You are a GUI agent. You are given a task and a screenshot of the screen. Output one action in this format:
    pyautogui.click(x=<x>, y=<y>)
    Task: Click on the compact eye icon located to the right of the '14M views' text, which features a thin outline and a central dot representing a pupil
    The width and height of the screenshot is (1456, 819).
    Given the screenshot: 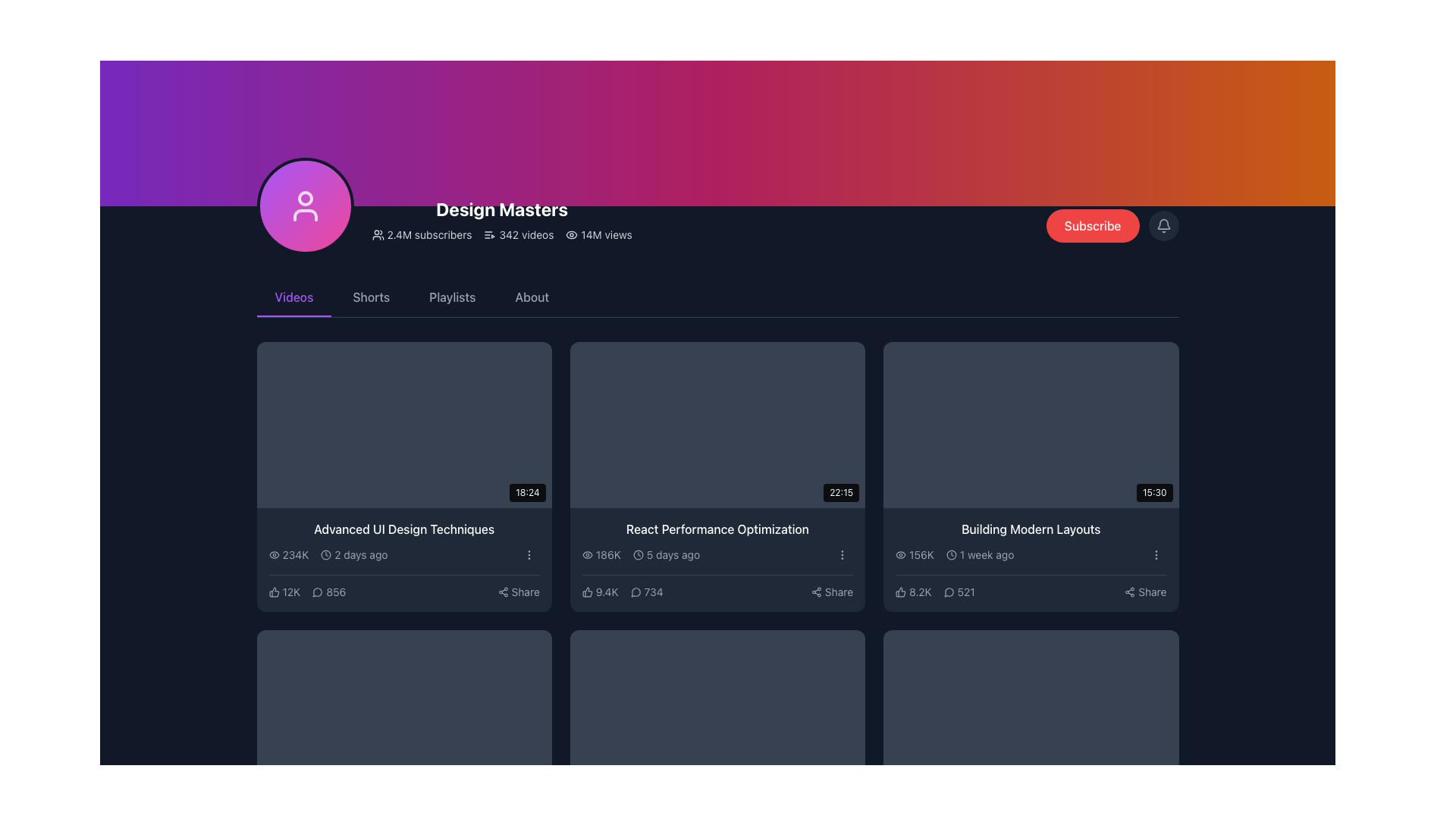 What is the action you would take?
    pyautogui.click(x=571, y=234)
    